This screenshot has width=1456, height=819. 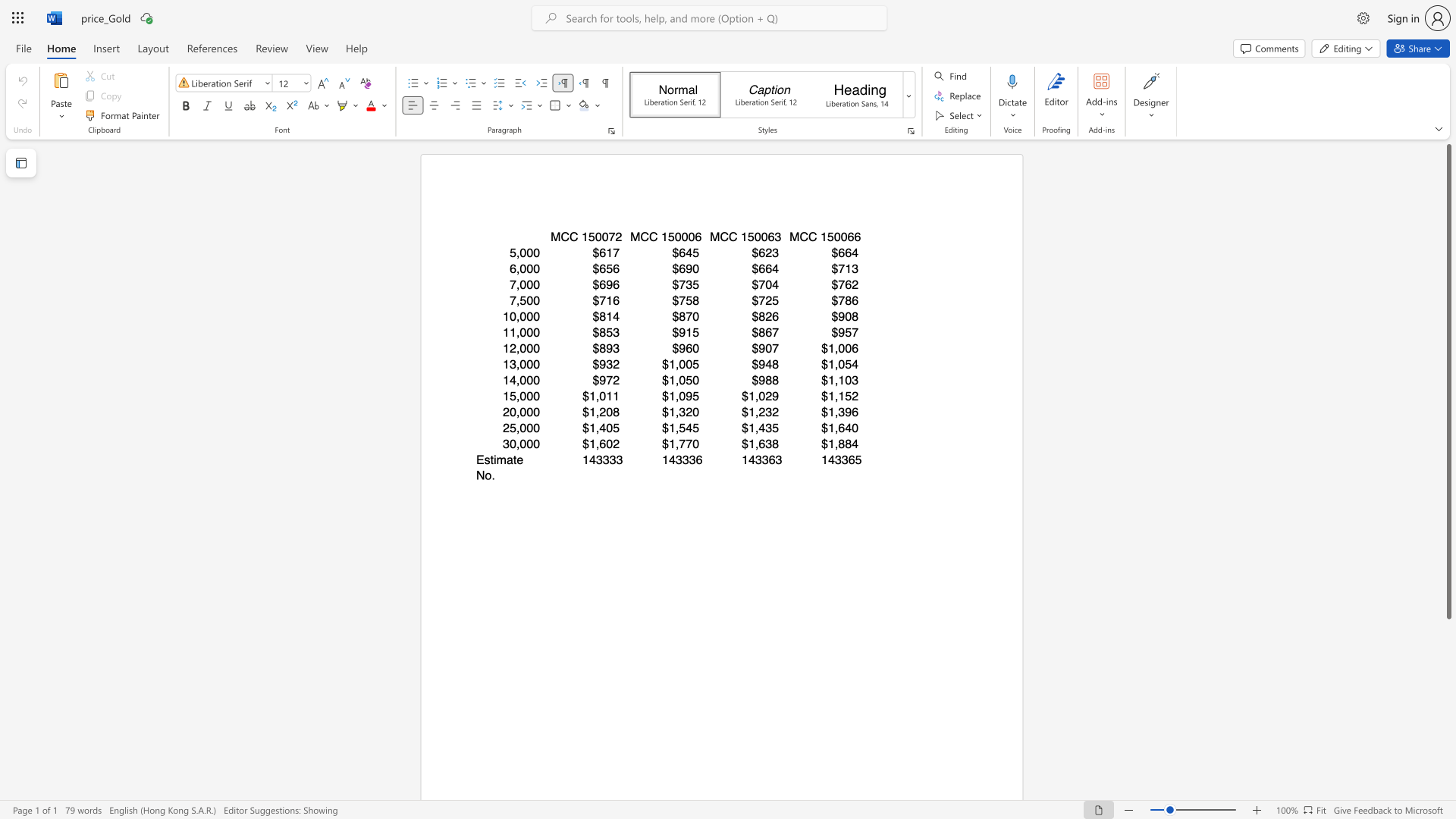 I want to click on the scrollbar on the side, so click(x=1448, y=651).